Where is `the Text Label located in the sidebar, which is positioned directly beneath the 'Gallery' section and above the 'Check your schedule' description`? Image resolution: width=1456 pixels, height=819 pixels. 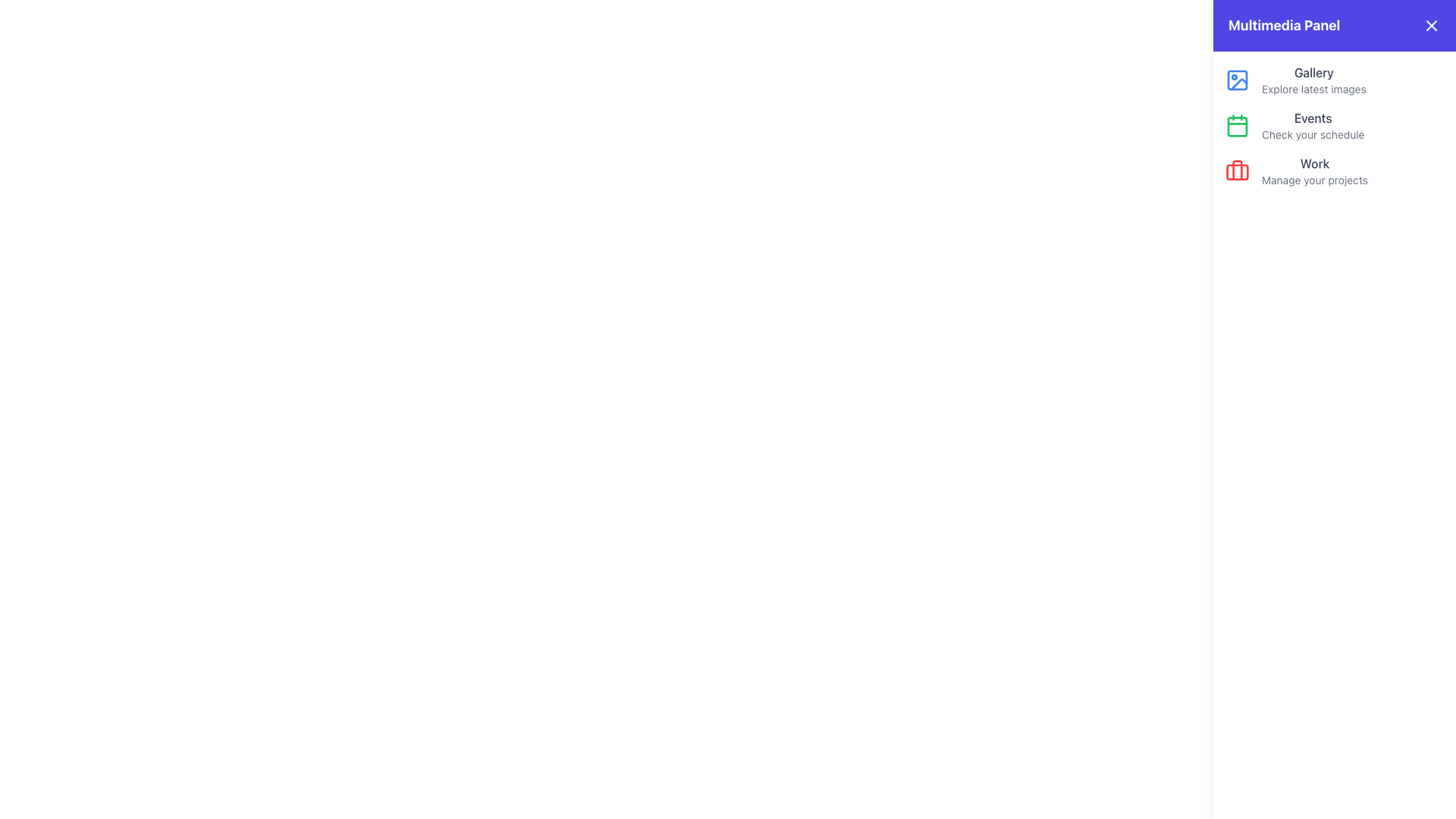
the Text Label located in the sidebar, which is positioned directly beneath the 'Gallery' section and above the 'Check your schedule' description is located at coordinates (1312, 117).